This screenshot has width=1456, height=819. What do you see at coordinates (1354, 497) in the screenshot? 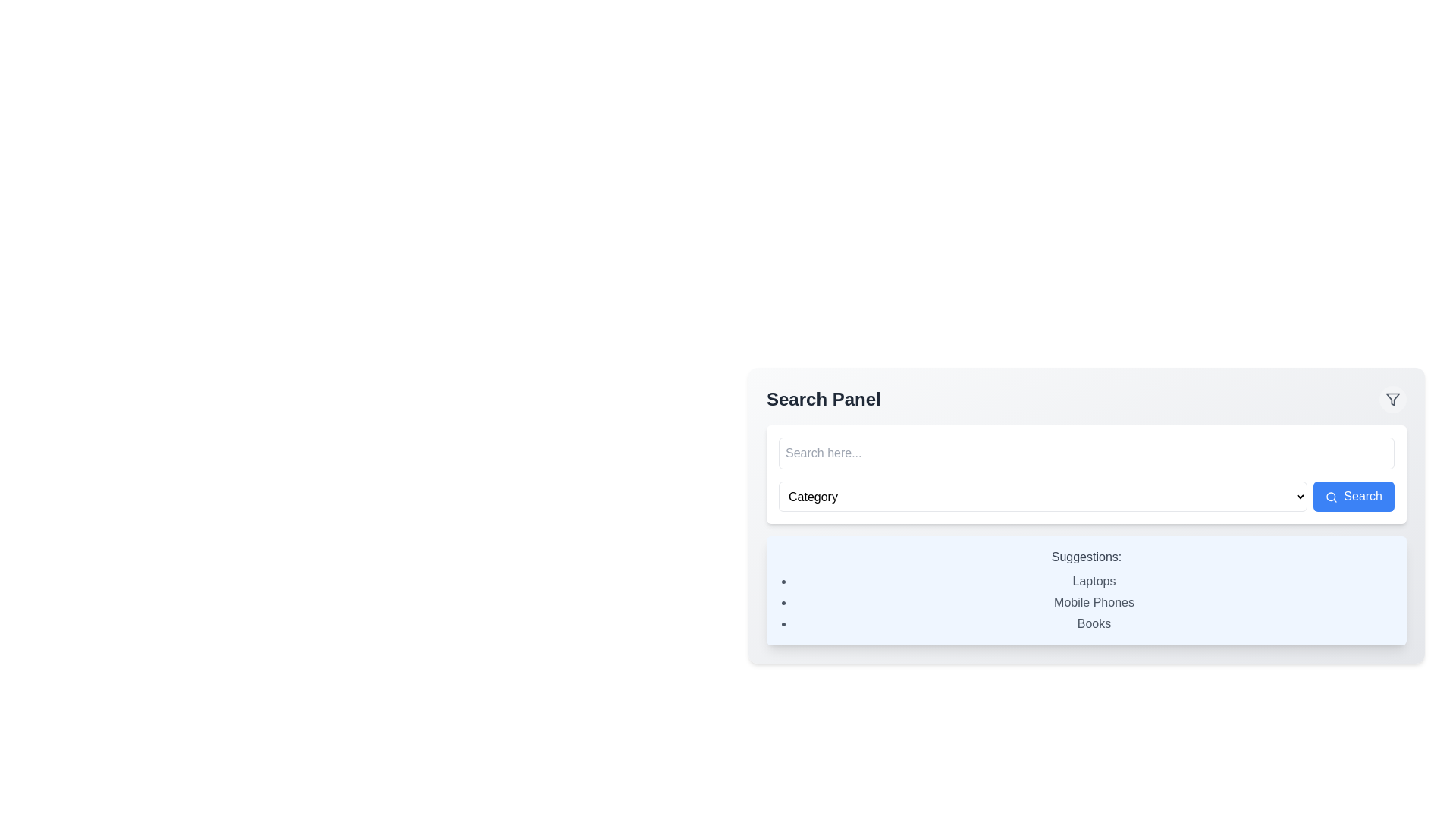
I see `the search button located at the far-right of the control group to change its appearance` at bounding box center [1354, 497].